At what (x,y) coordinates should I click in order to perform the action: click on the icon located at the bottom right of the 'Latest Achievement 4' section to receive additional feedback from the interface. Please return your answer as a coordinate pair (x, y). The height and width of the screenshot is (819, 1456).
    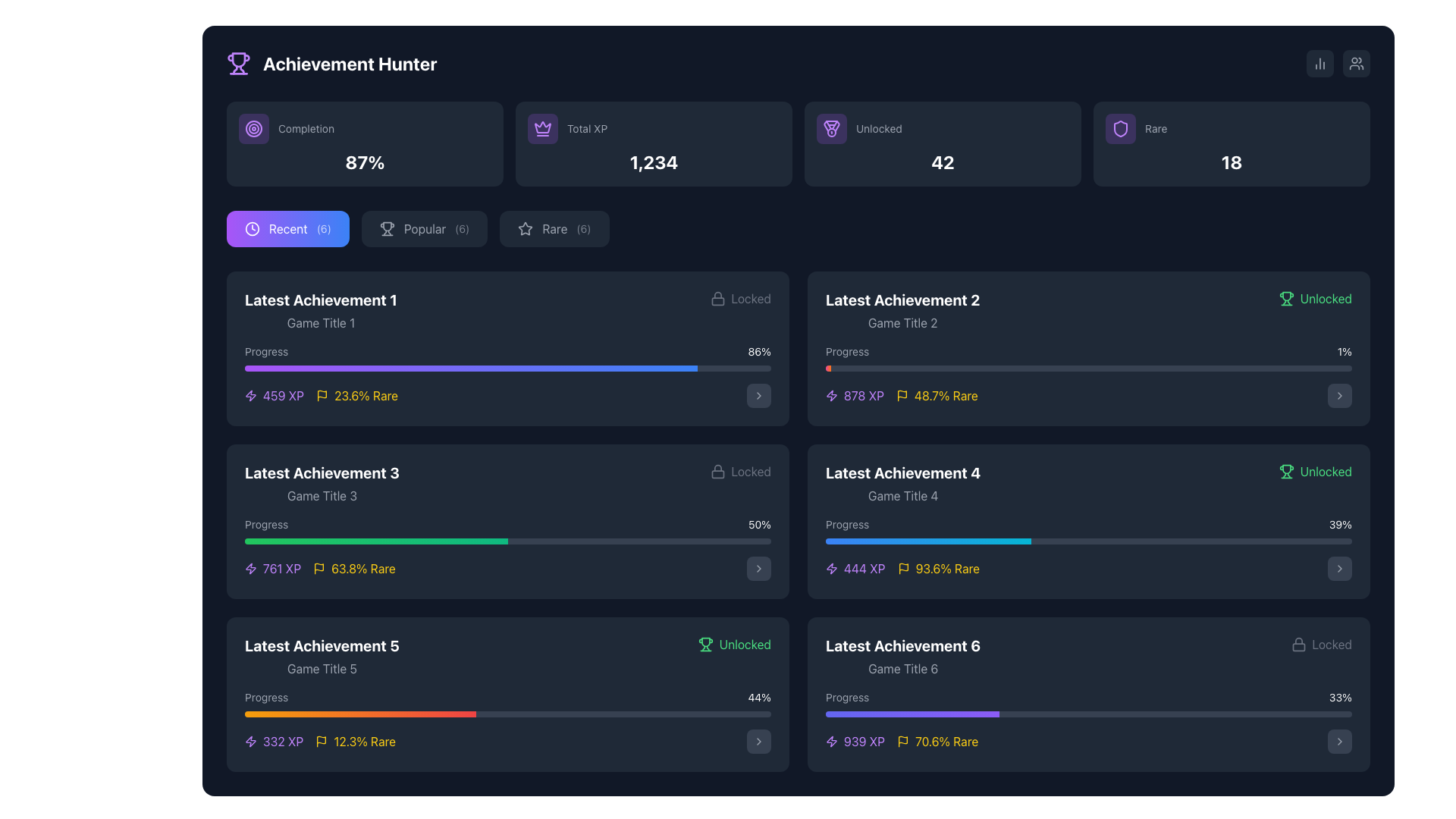
    Looking at the image, I should click on (1339, 568).